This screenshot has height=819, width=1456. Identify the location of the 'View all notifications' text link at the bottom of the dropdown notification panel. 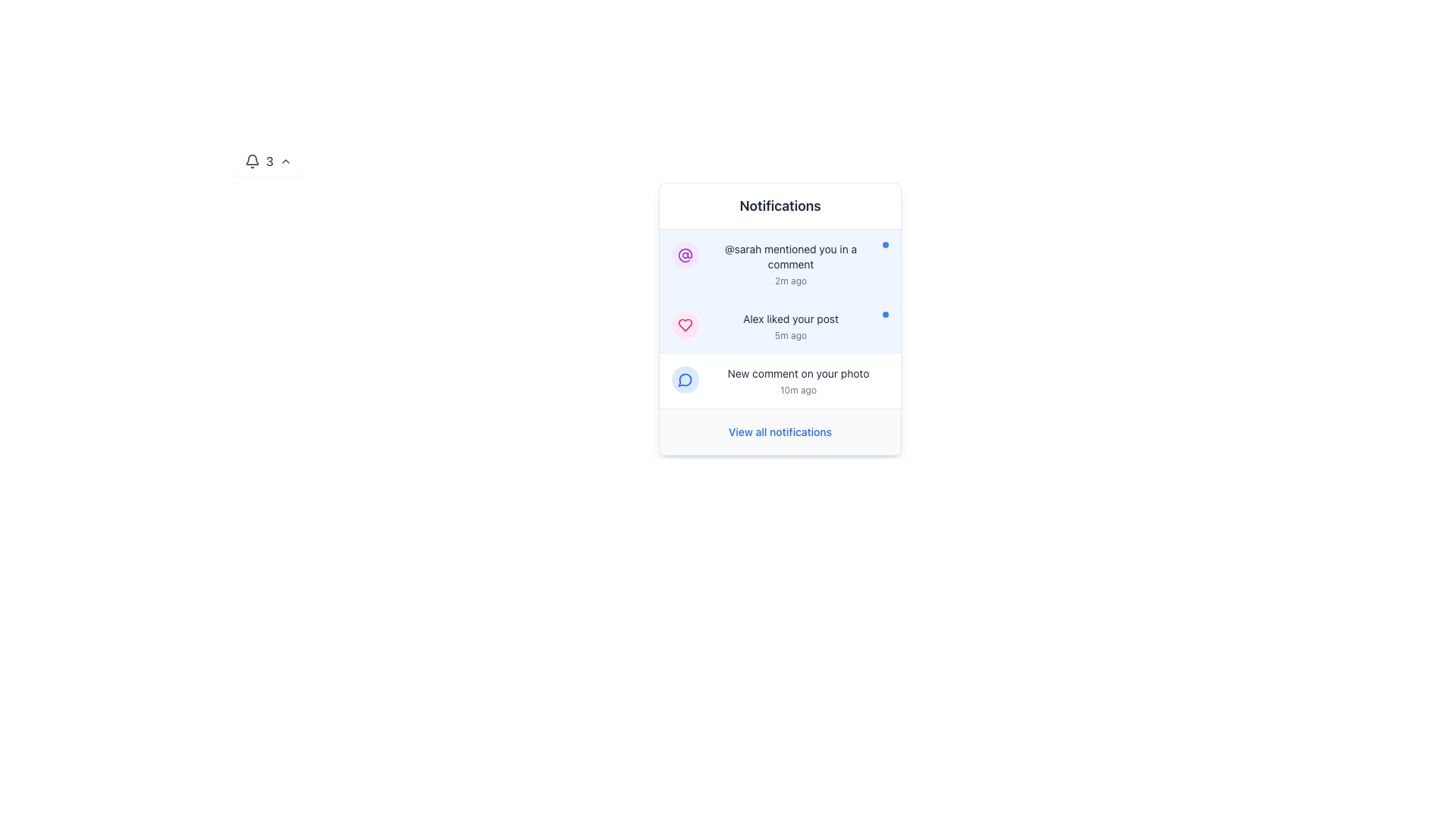
(780, 431).